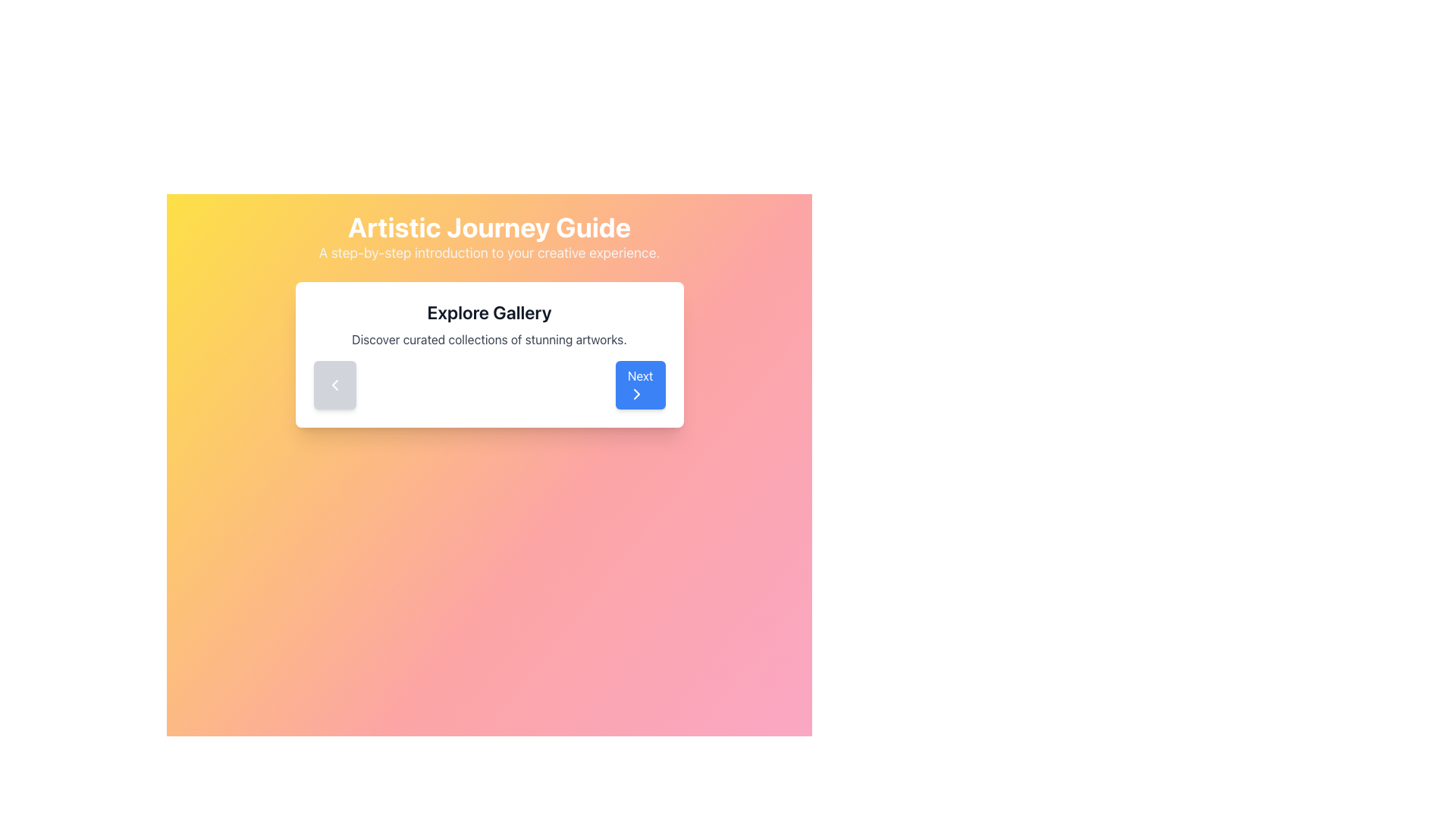 The image size is (1456, 819). What do you see at coordinates (334, 384) in the screenshot?
I see `the disabled button located on the left side at the bottom of the content card, which is the first button in the row before the 'Next' button` at bounding box center [334, 384].